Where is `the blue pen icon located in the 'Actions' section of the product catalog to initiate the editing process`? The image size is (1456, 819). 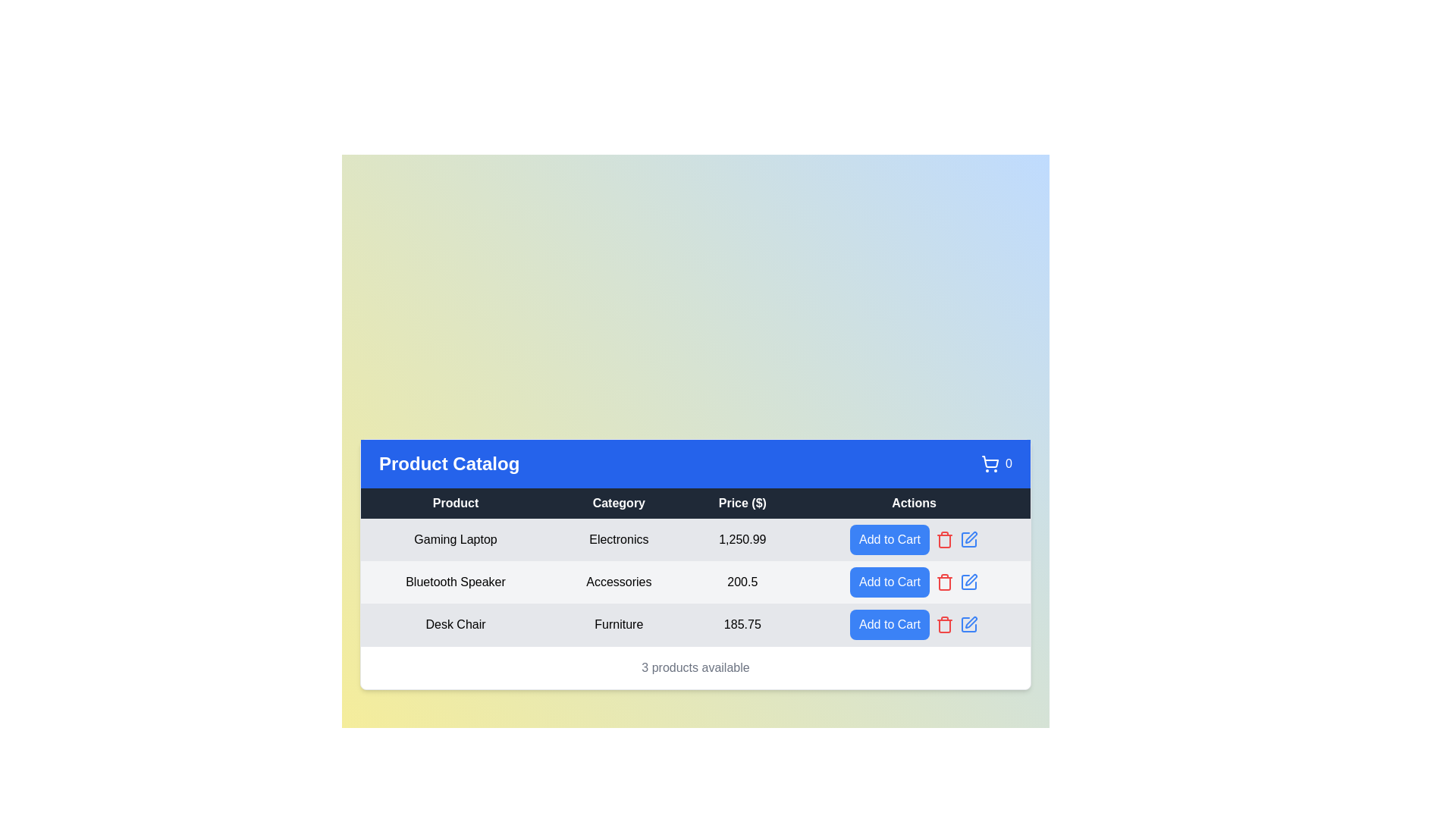
the blue pen icon located in the 'Actions' section of the product catalog to initiate the editing process is located at coordinates (968, 538).